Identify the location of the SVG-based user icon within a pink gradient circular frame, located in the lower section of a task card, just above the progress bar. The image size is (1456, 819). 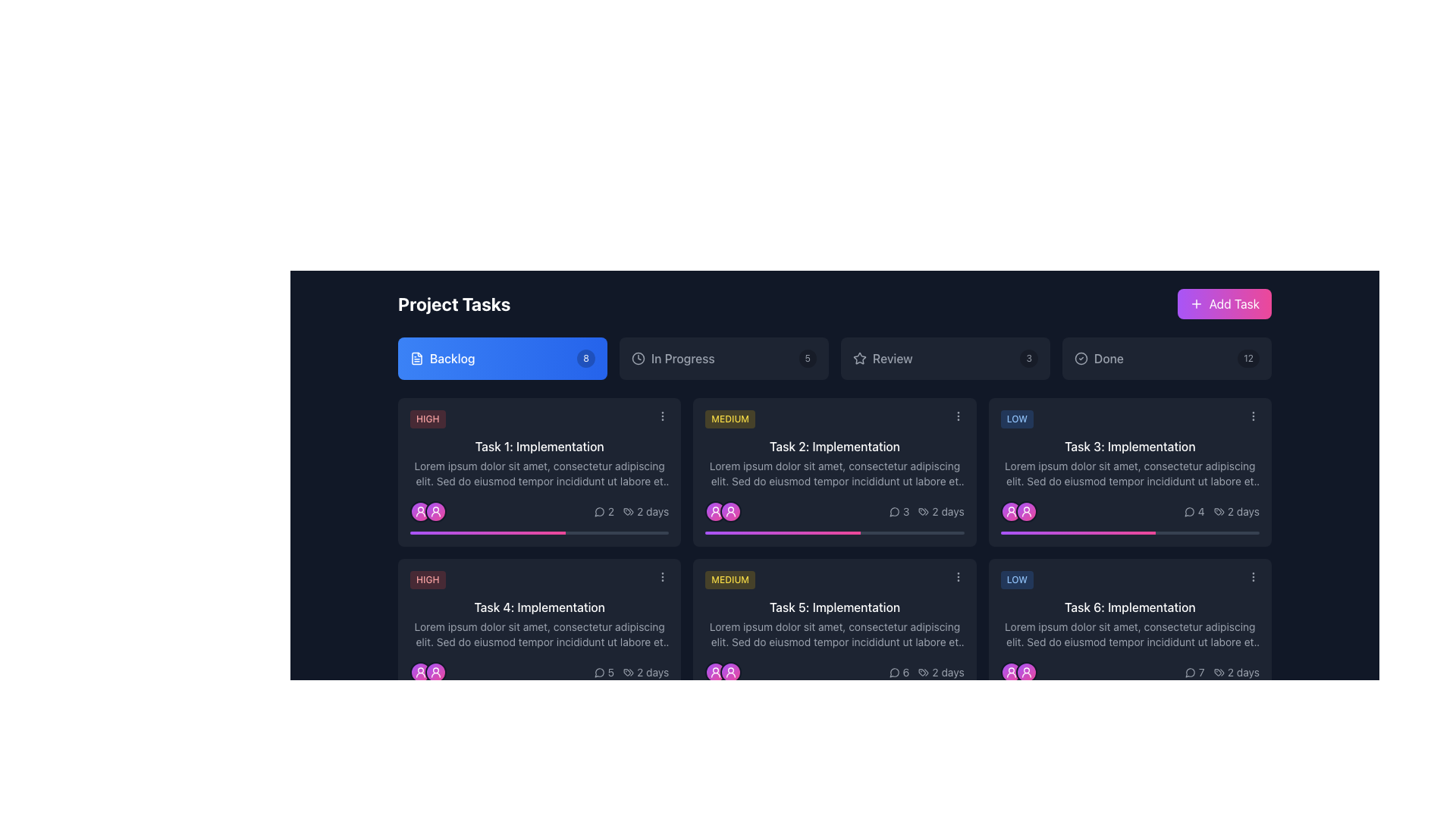
(715, 672).